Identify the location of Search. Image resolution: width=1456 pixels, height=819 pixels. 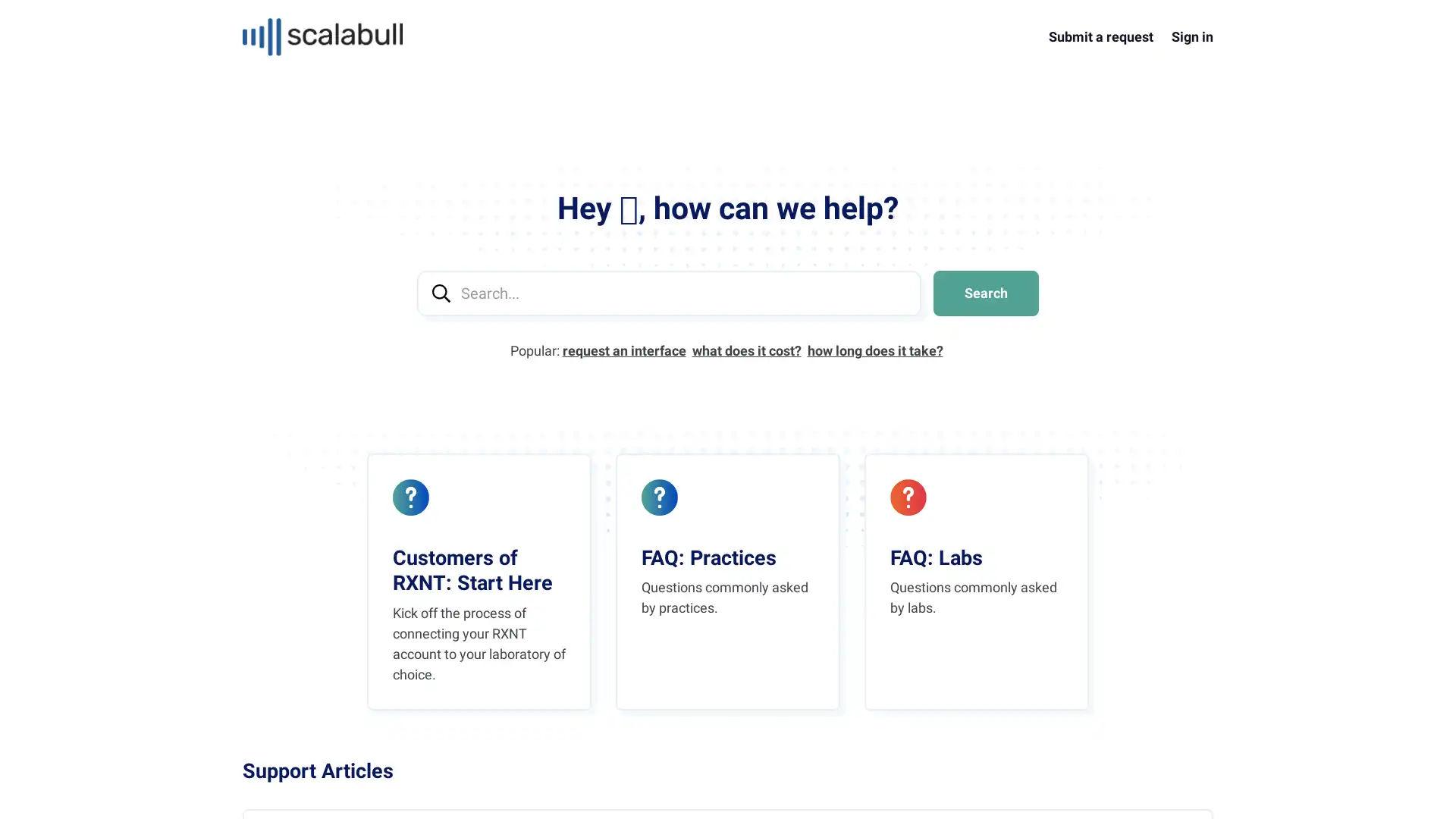
(986, 292).